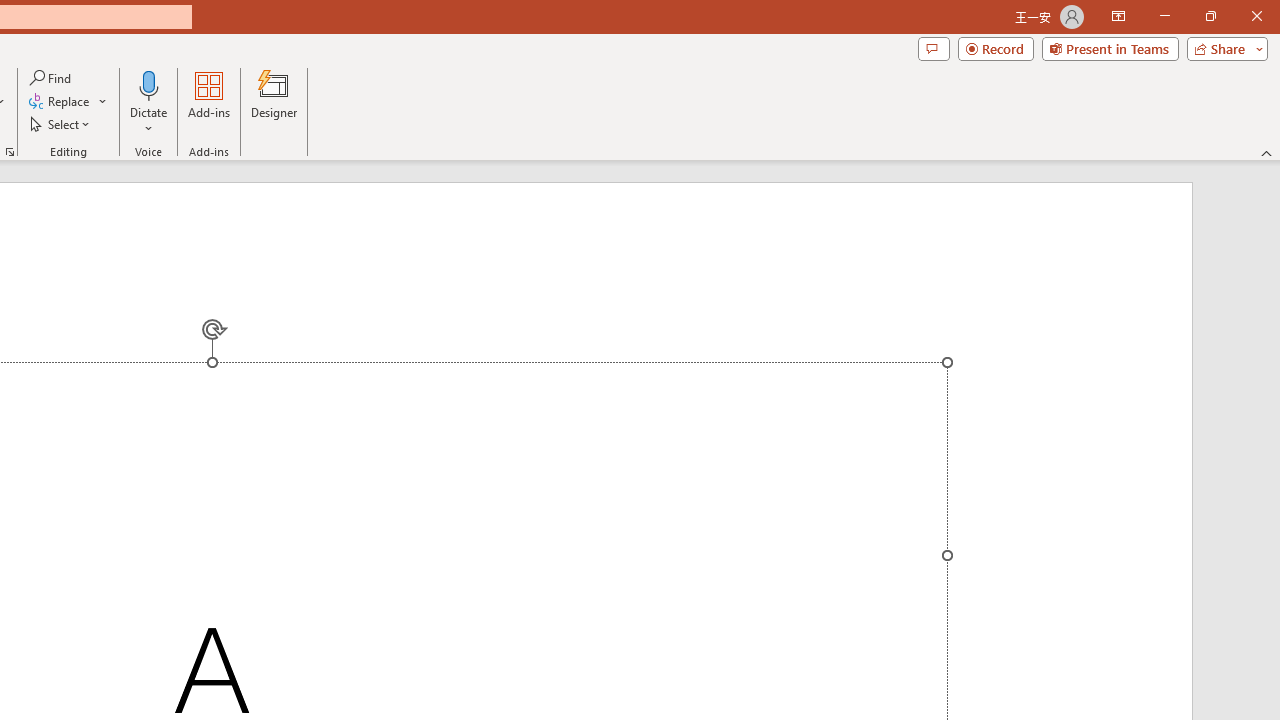 The image size is (1280, 720). What do you see at coordinates (932, 47) in the screenshot?
I see `'Comments'` at bounding box center [932, 47].